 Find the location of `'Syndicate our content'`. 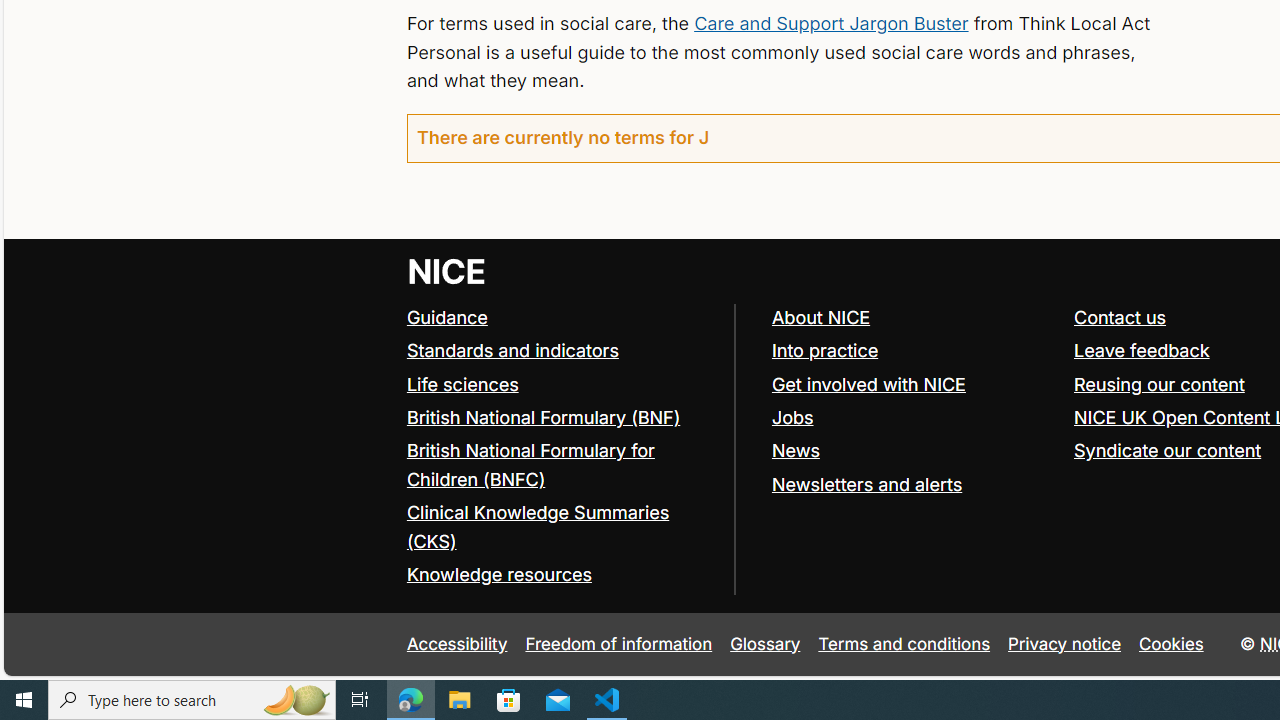

'Syndicate our content' is located at coordinates (1168, 451).